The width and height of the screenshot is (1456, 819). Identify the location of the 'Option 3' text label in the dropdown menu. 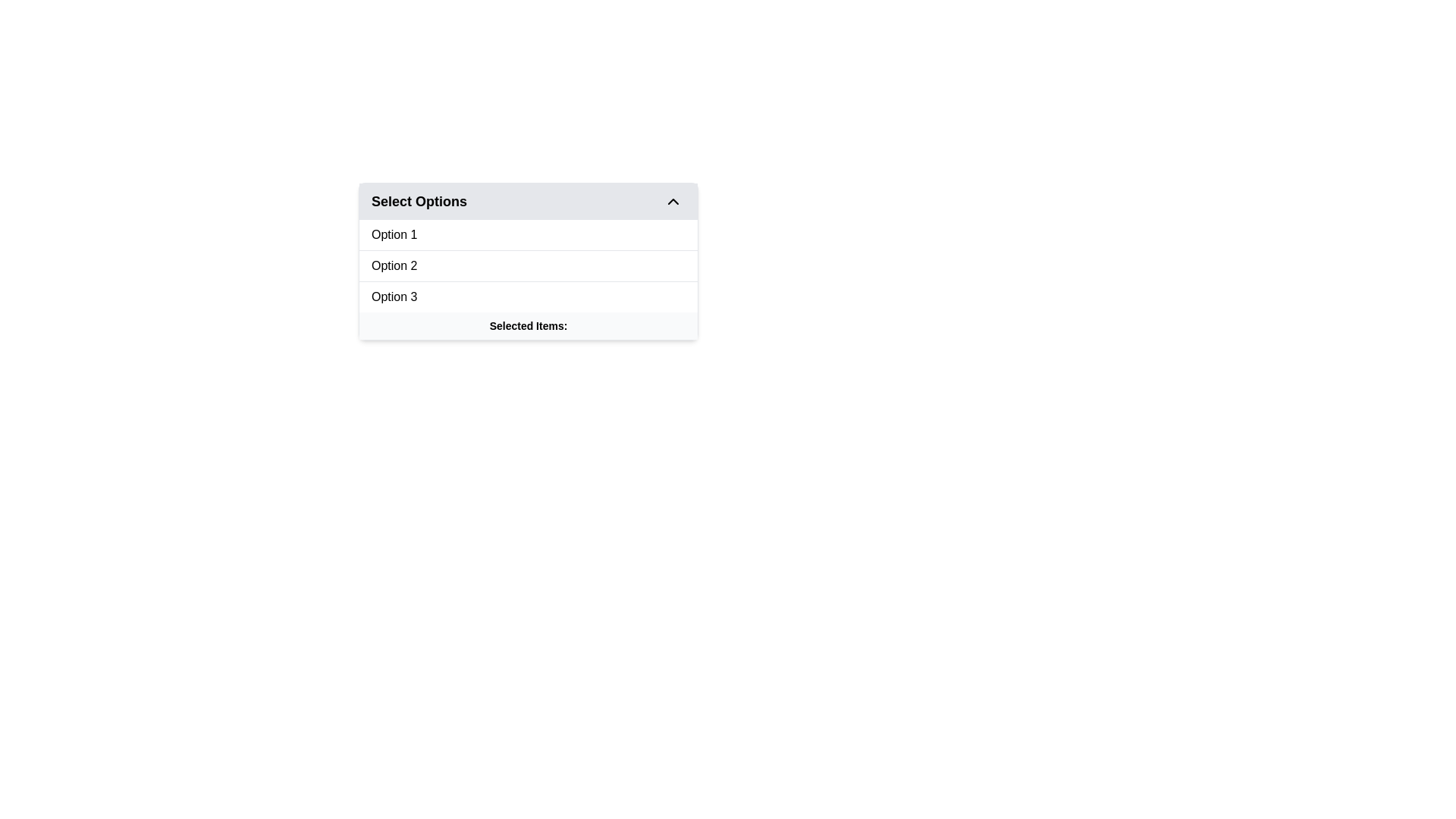
(394, 297).